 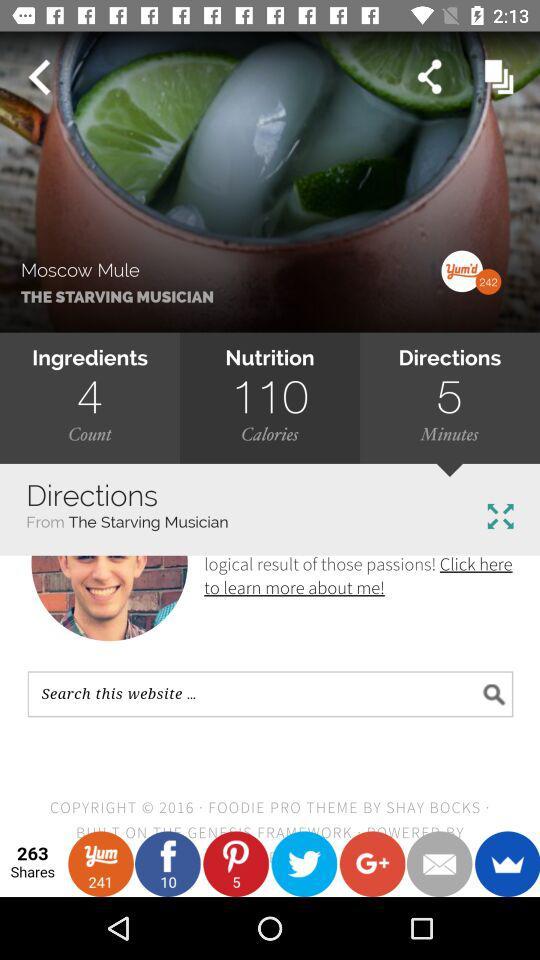 What do you see at coordinates (498, 77) in the screenshot?
I see `the layers icon` at bounding box center [498, 77].